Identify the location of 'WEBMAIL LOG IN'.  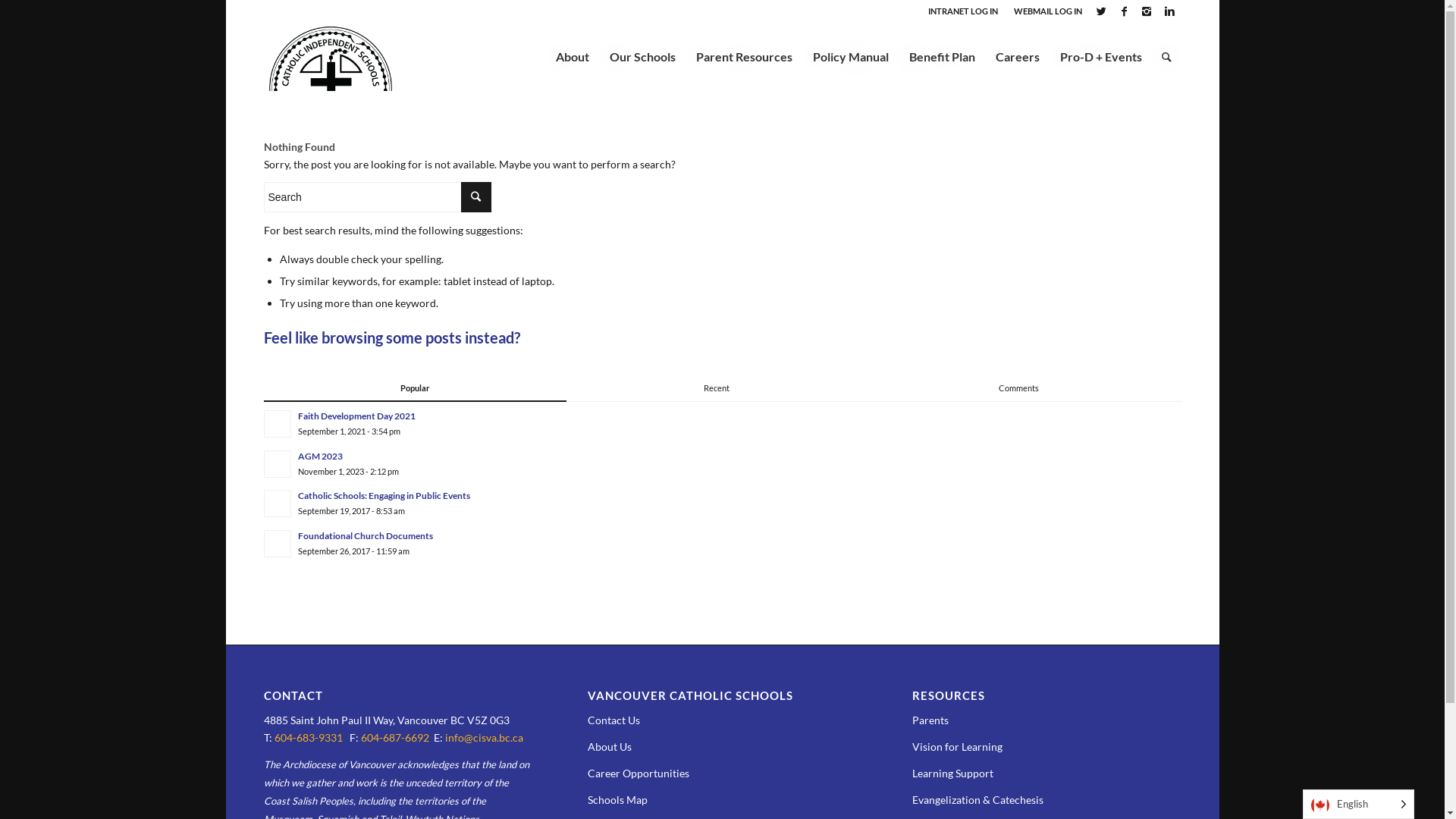
(1046, 11).